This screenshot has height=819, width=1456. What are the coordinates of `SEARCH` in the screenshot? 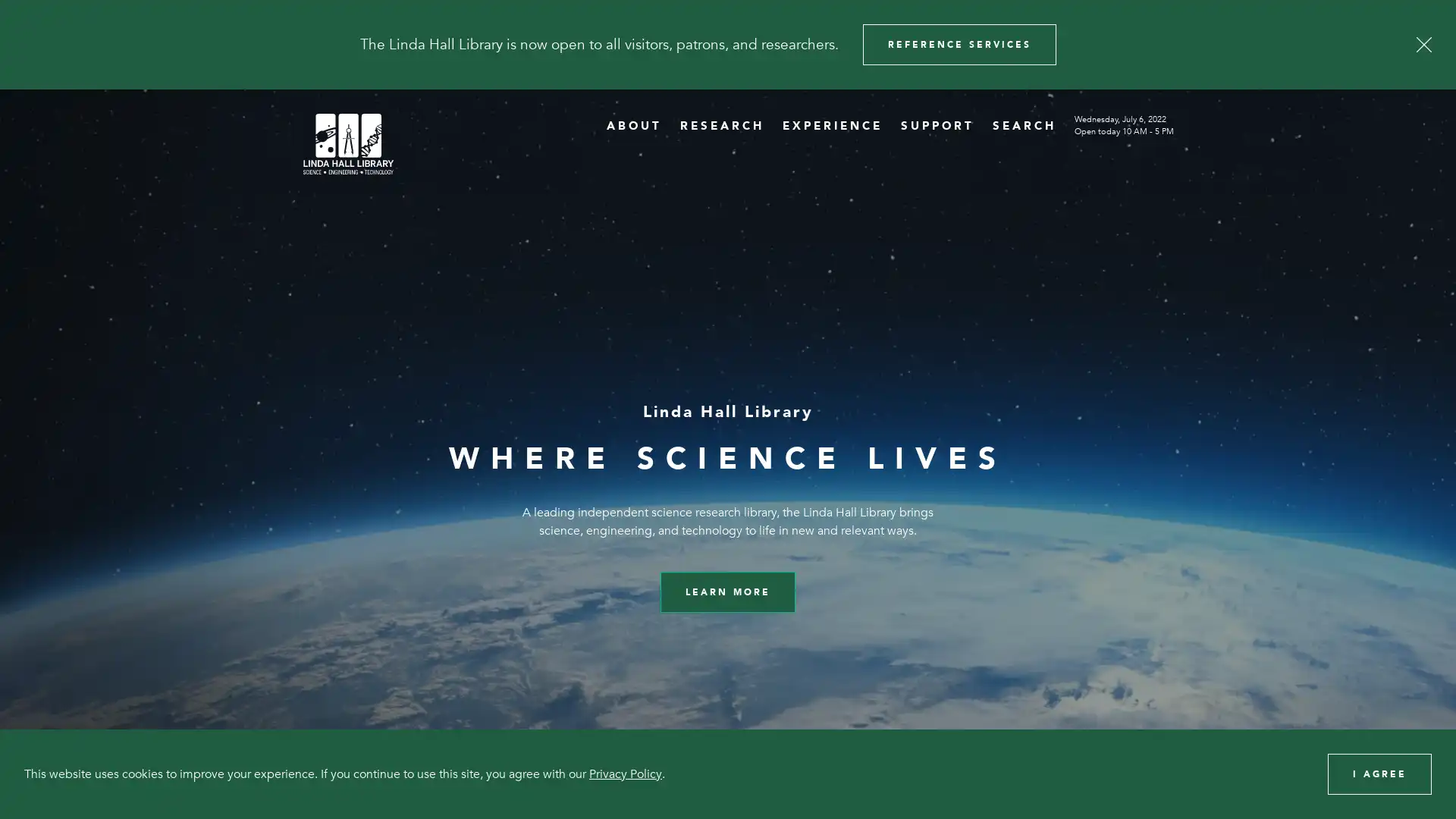 It's located at (1024, 124).